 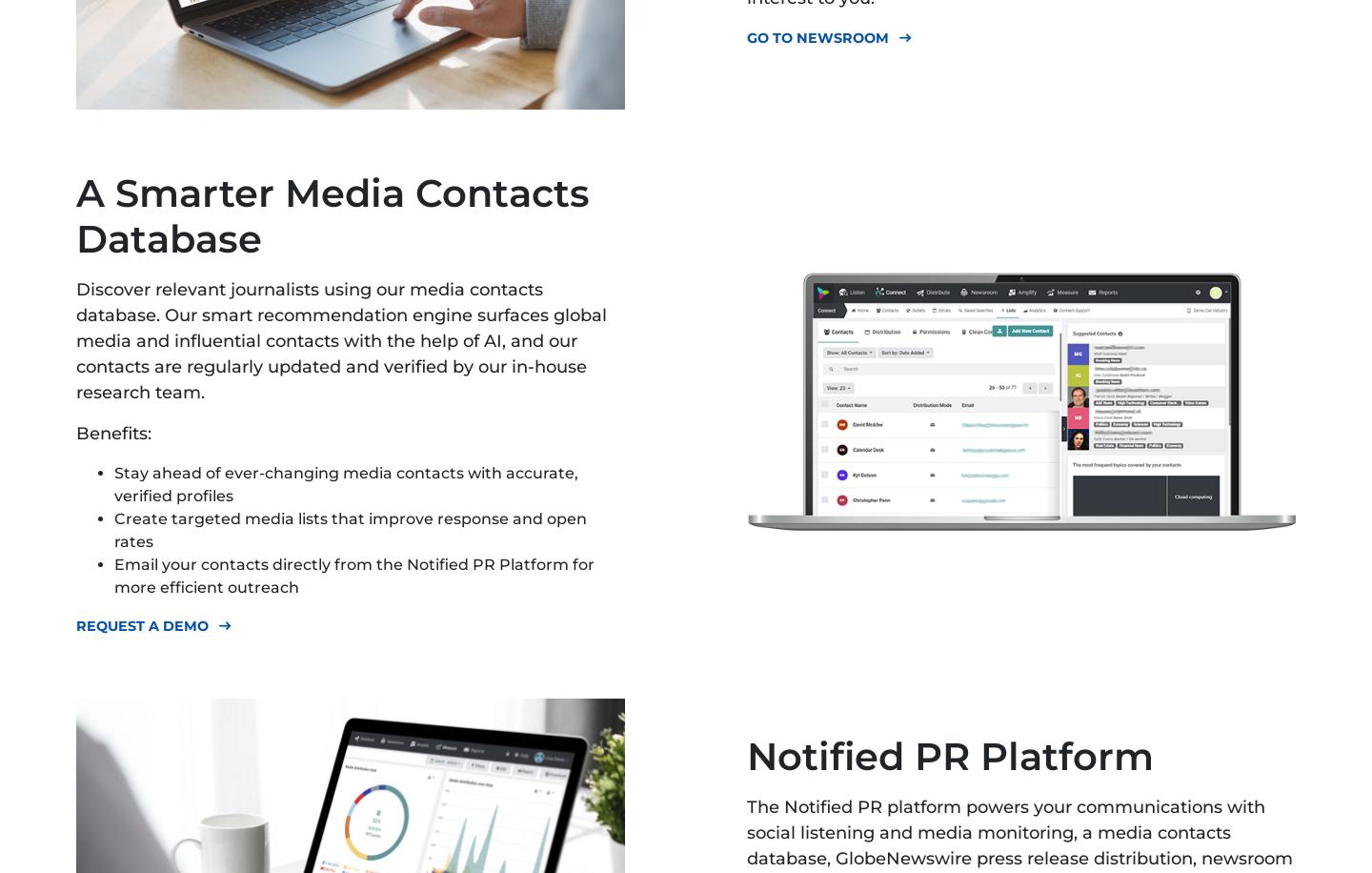 I want to click on 'Notified PR Platform', so click(x=746, y=755).